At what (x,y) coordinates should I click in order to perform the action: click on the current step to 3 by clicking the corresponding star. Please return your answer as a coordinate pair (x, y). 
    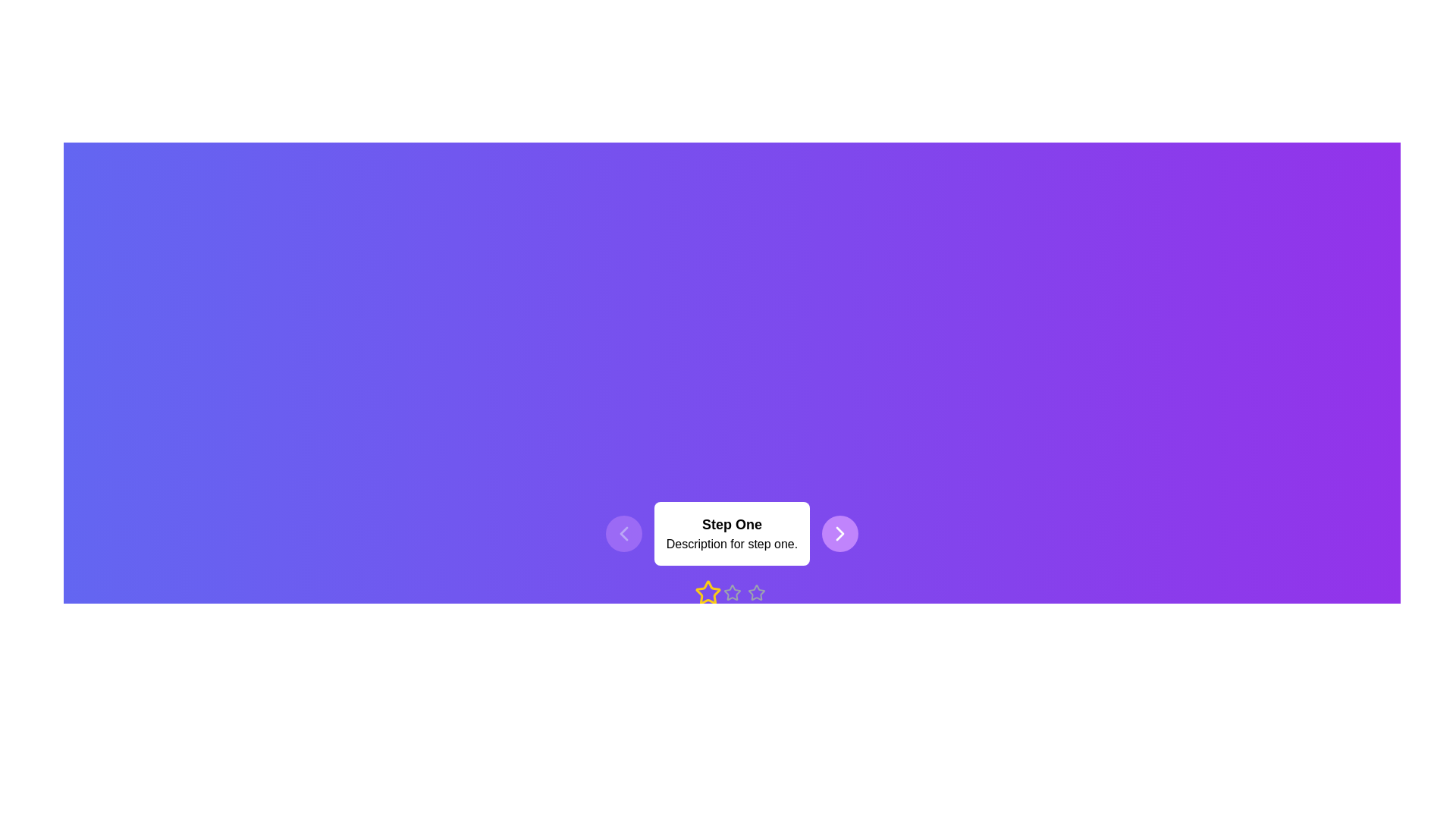
    Looking at the image, I should click on (756, 592).